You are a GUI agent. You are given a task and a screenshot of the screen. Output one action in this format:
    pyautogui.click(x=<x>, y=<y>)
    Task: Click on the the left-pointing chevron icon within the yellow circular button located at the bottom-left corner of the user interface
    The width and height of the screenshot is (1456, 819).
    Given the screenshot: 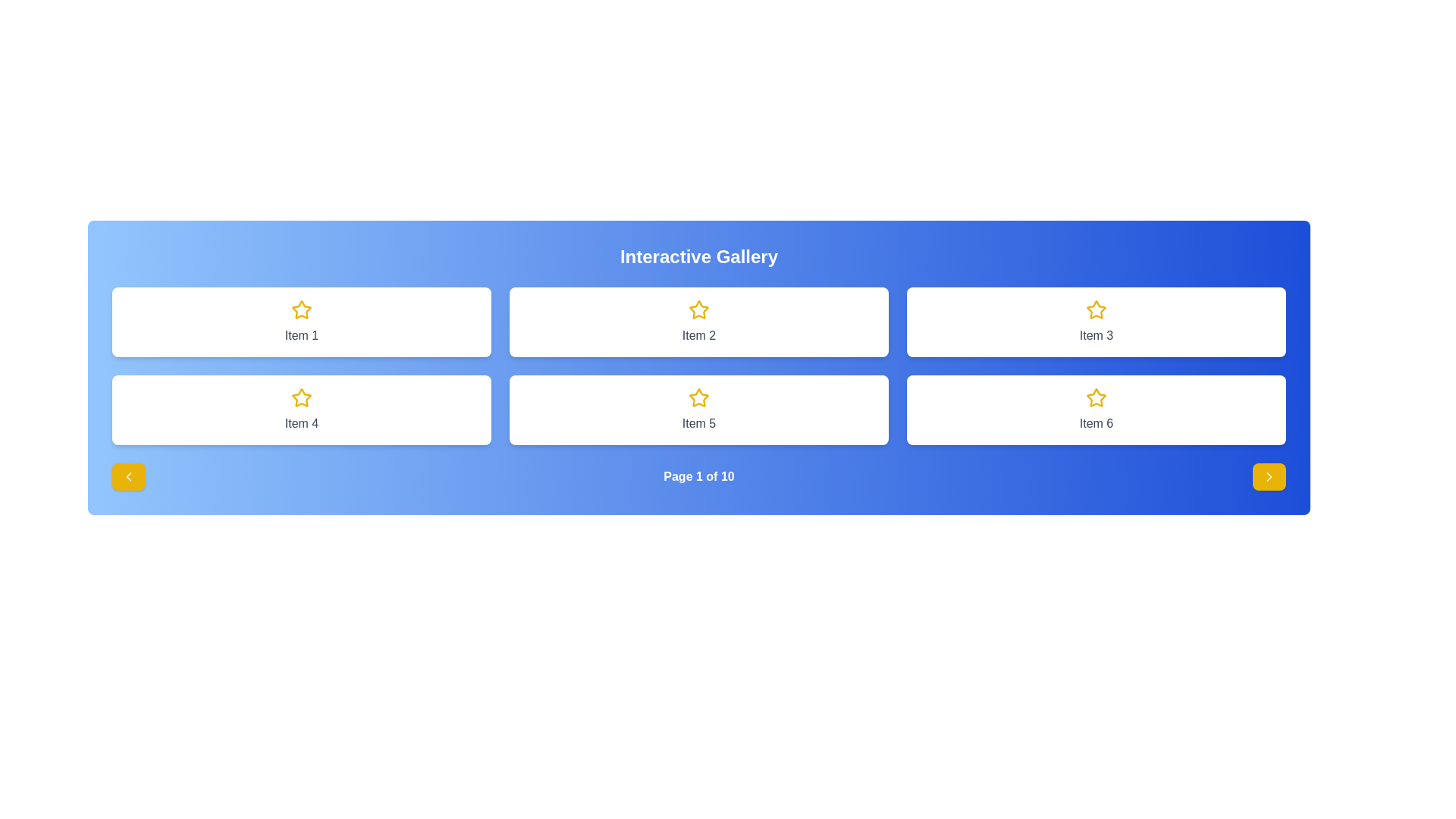 What is the action you would take?
    pyautogui.click(x=128, y=475)
    